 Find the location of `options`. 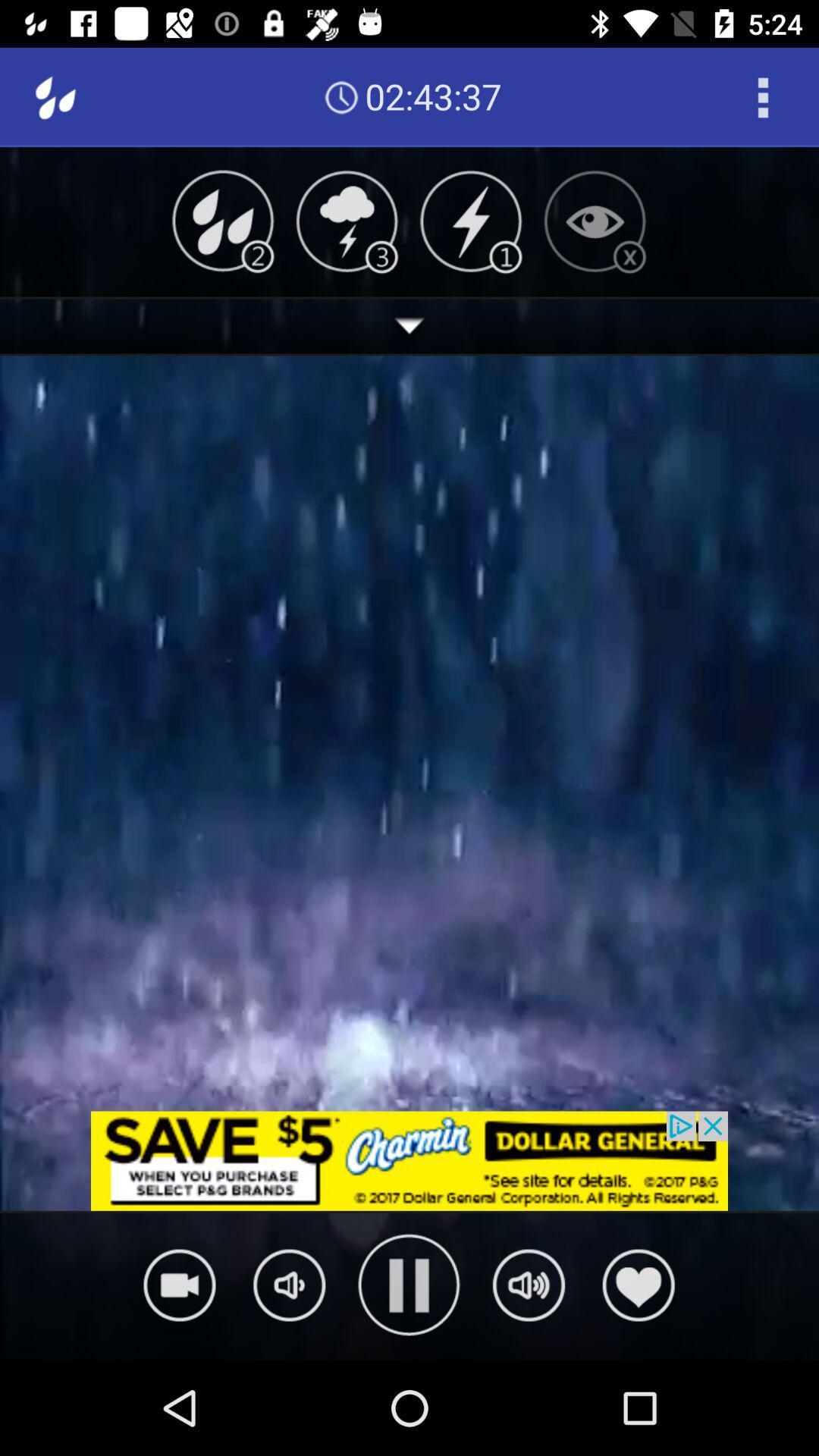

options is located at coordinates (763, 96).